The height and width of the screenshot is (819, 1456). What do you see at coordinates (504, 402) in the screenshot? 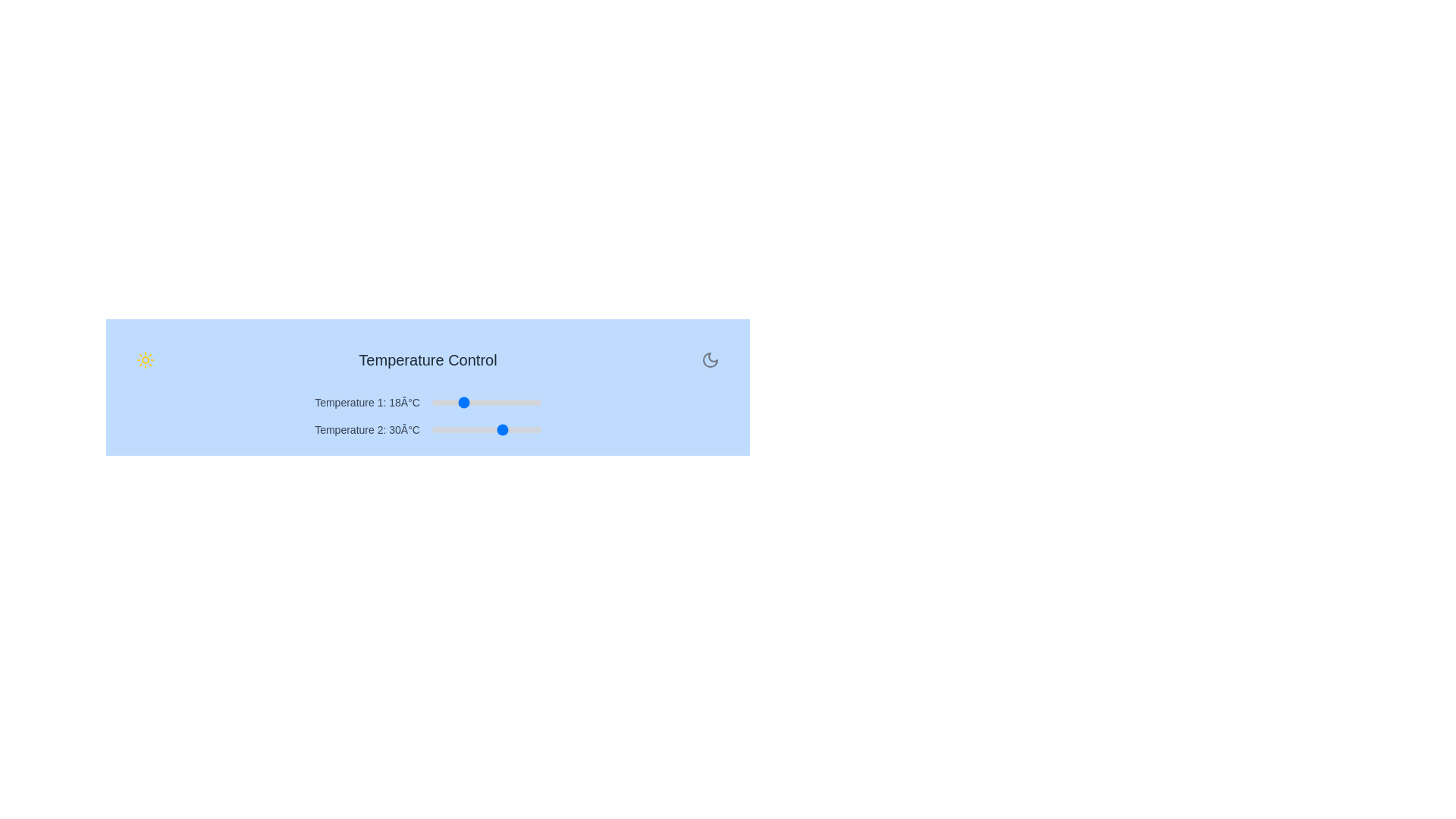
I see `Temperature 1` at bounding box center [504, 402].